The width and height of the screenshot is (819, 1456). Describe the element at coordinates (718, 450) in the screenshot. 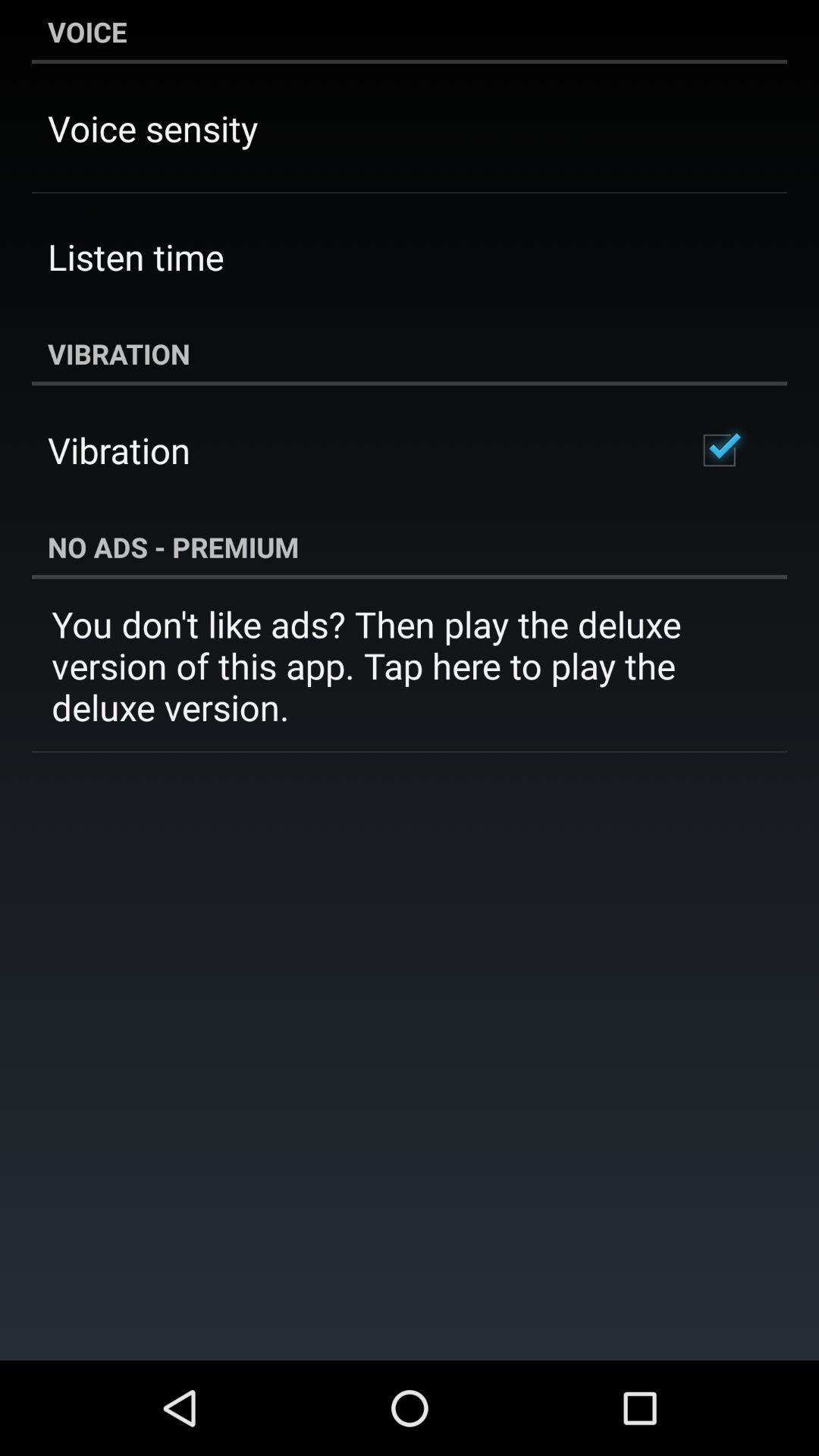

I see `the checkbox at the top right corner` at that location.